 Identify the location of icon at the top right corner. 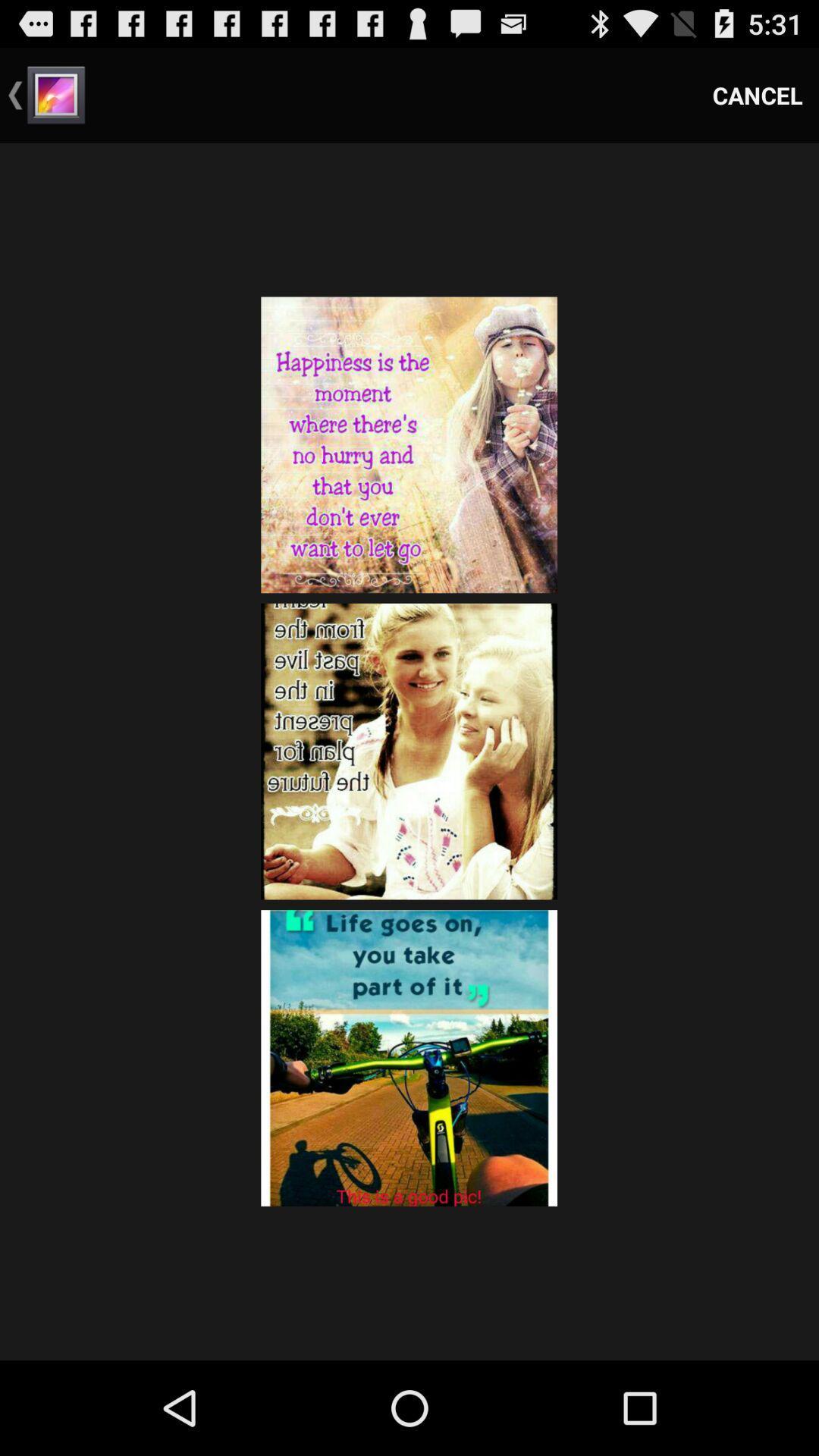
(758, 94).